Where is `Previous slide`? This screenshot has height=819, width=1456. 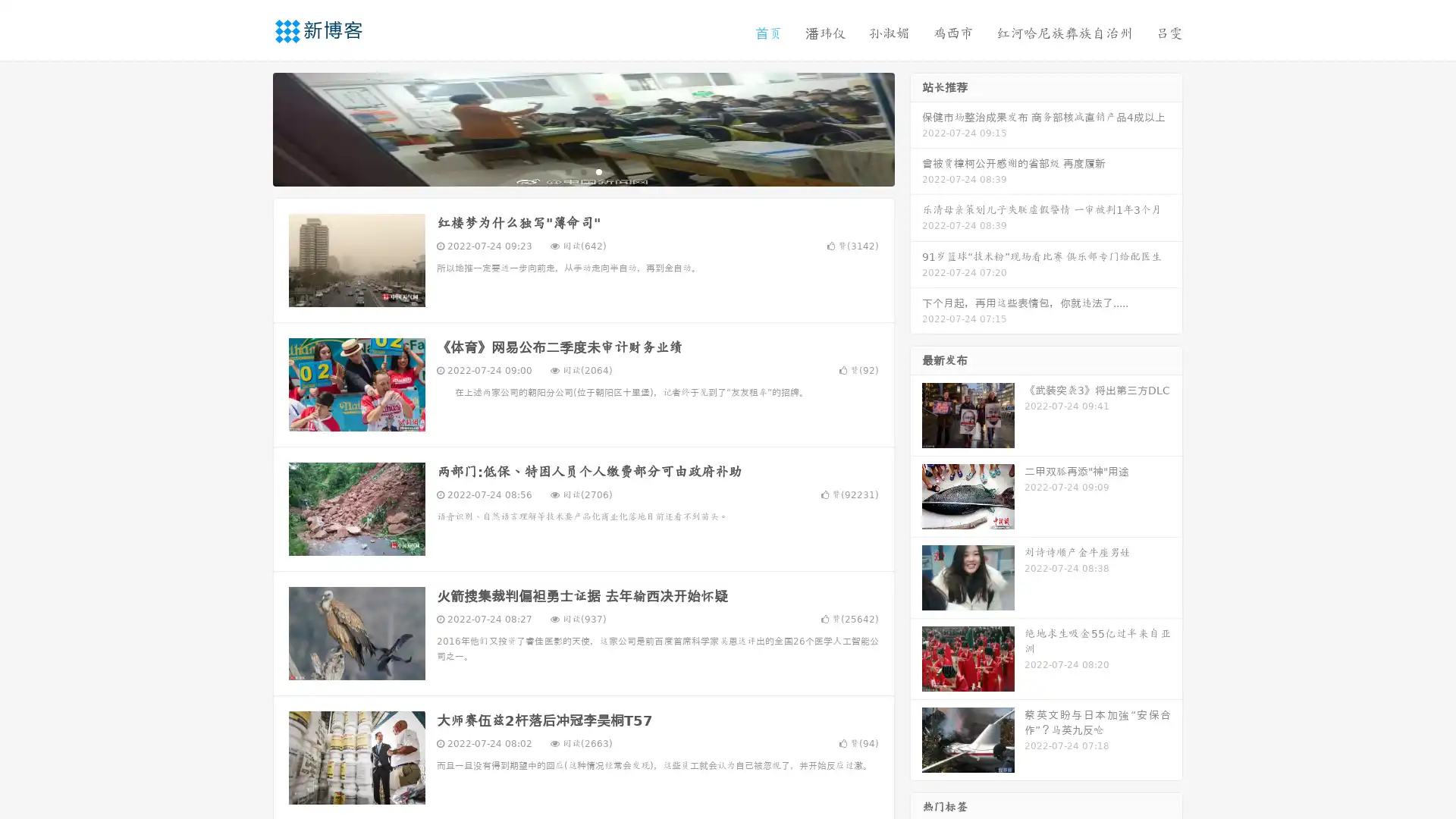 Previous slide is located at coordinates (250, 127).